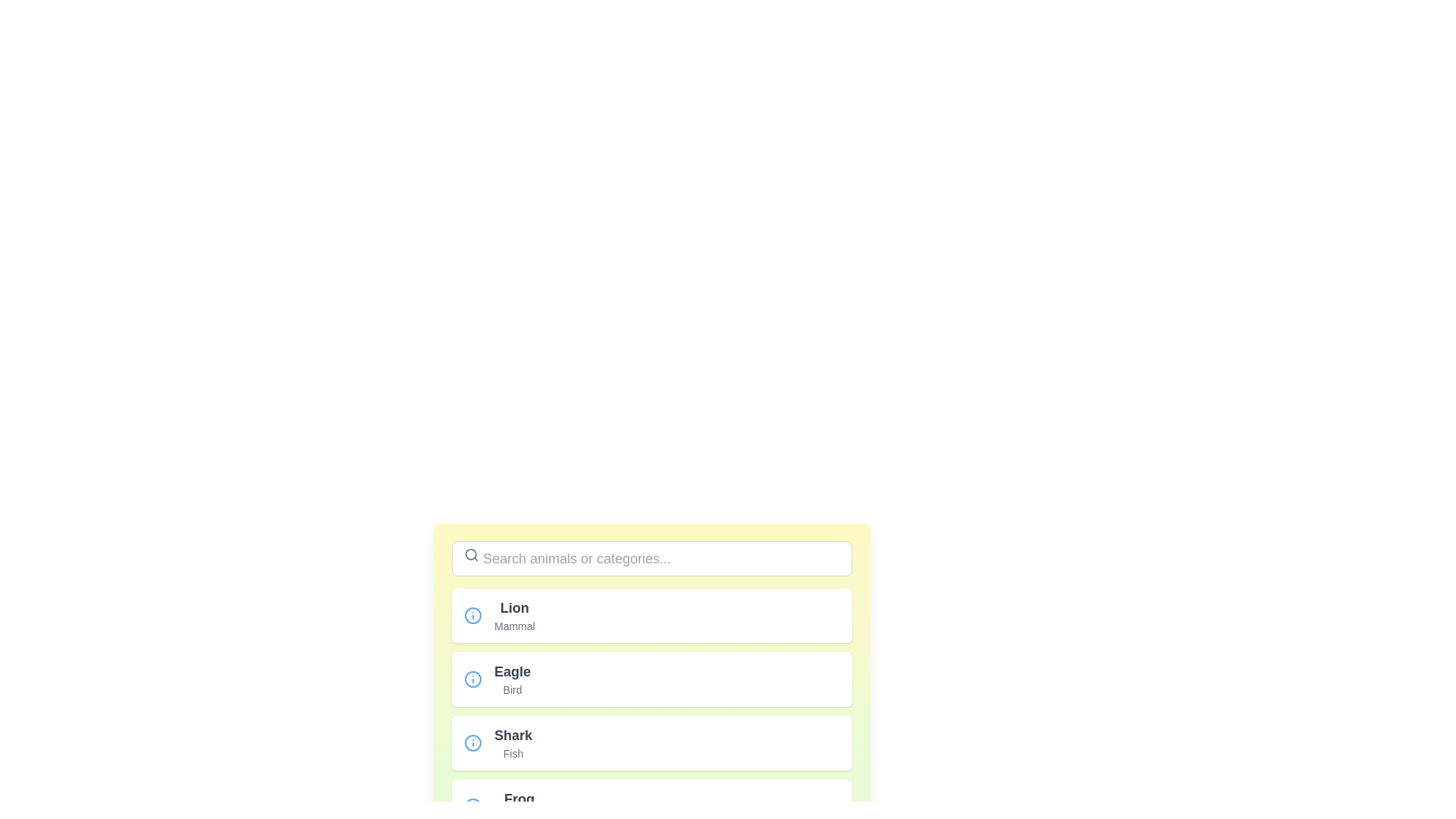  I want to click on the circular blue-bordered icon button with an exclamation mark symbol, positioned left of the text labels 'Lion' and 'Mammal' in the 'Lion Mammal' row for accessibility navigation, so click(472, 616).